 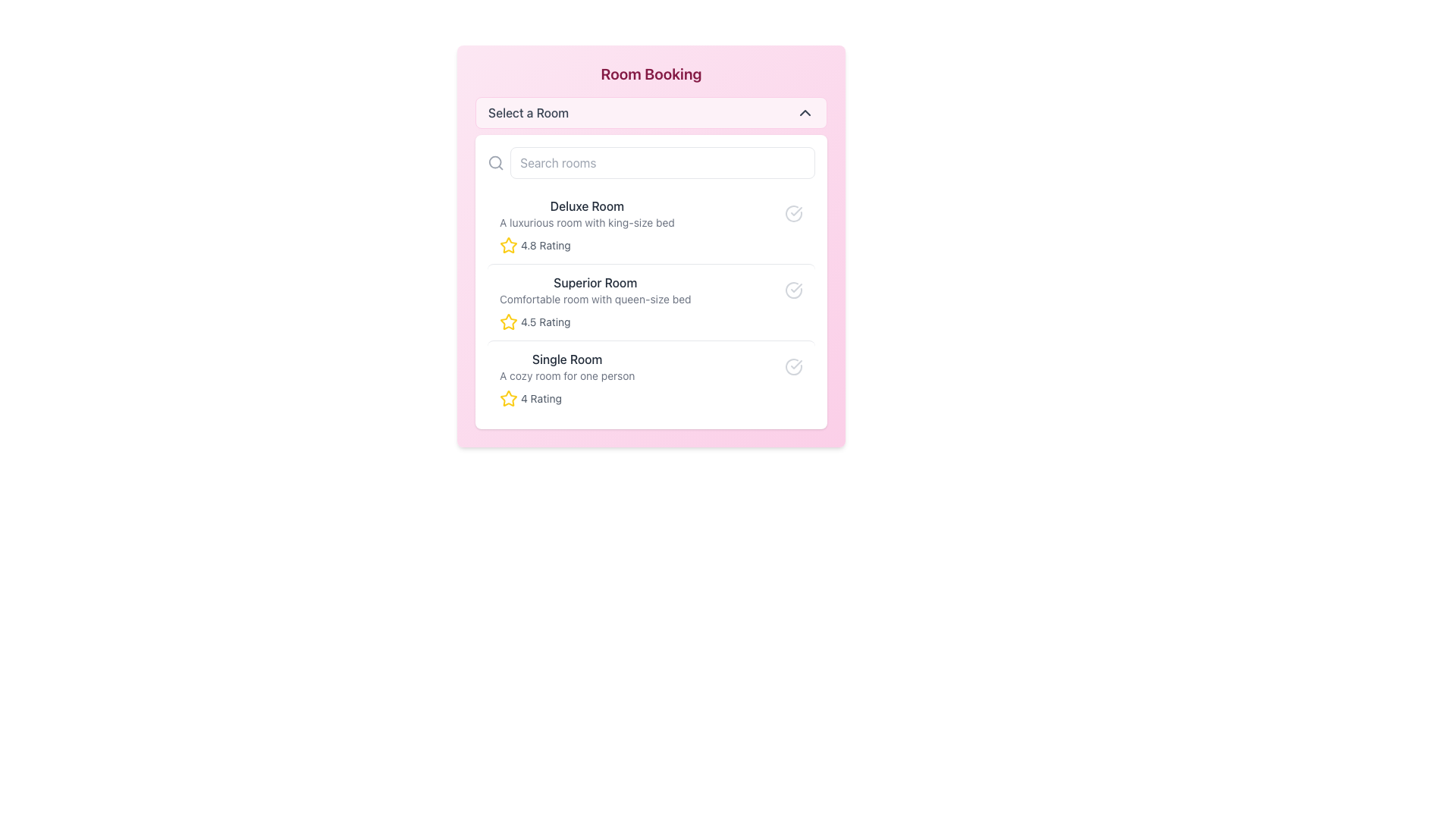 I want to click on the text label displaying '4.8 Rating' which is next to a yellow star icon, indicating the rating of a Deluxe Room, so click(x=545, y=245).